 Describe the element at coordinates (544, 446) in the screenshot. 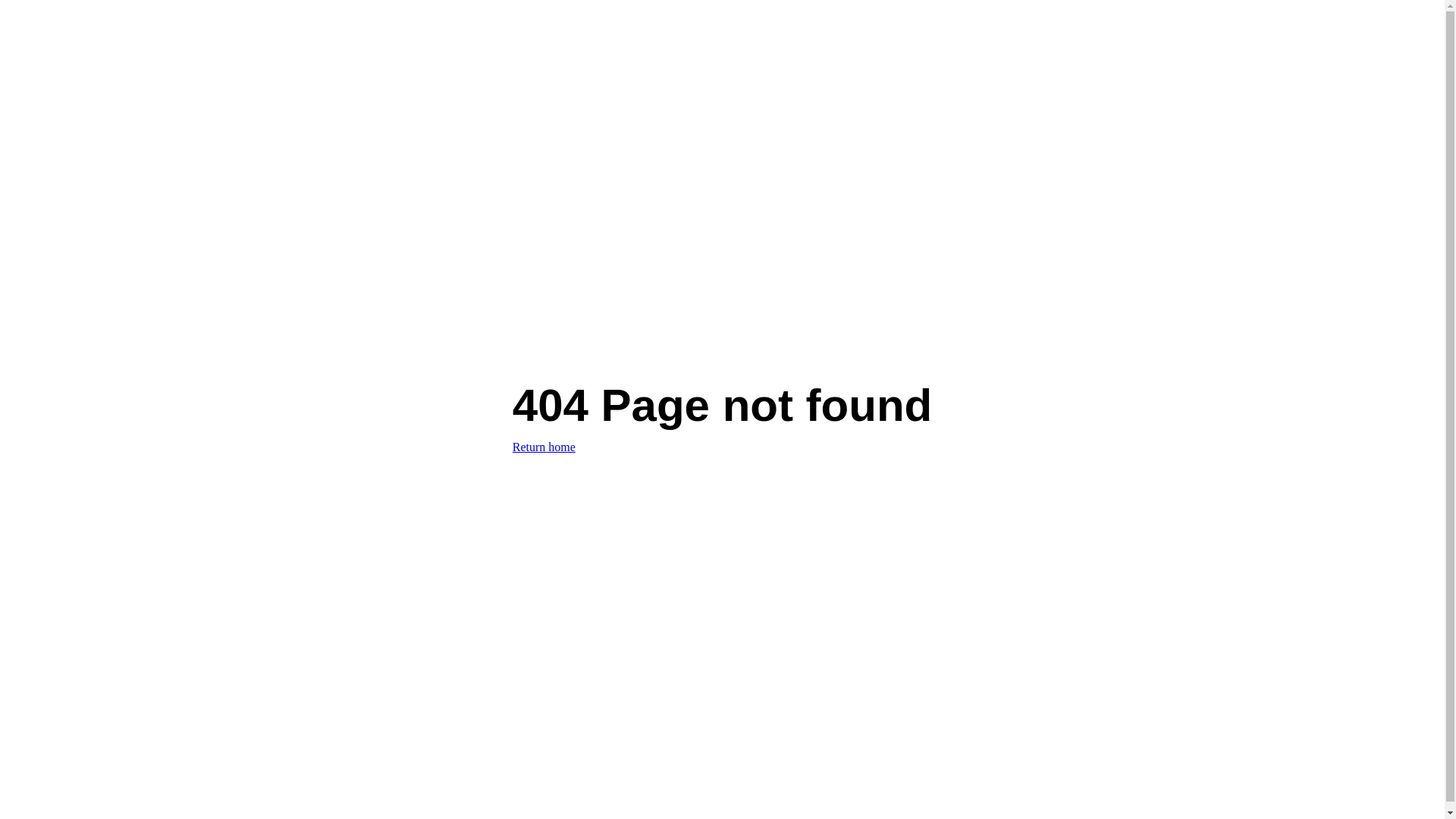

I see `'Return home'` at that location.